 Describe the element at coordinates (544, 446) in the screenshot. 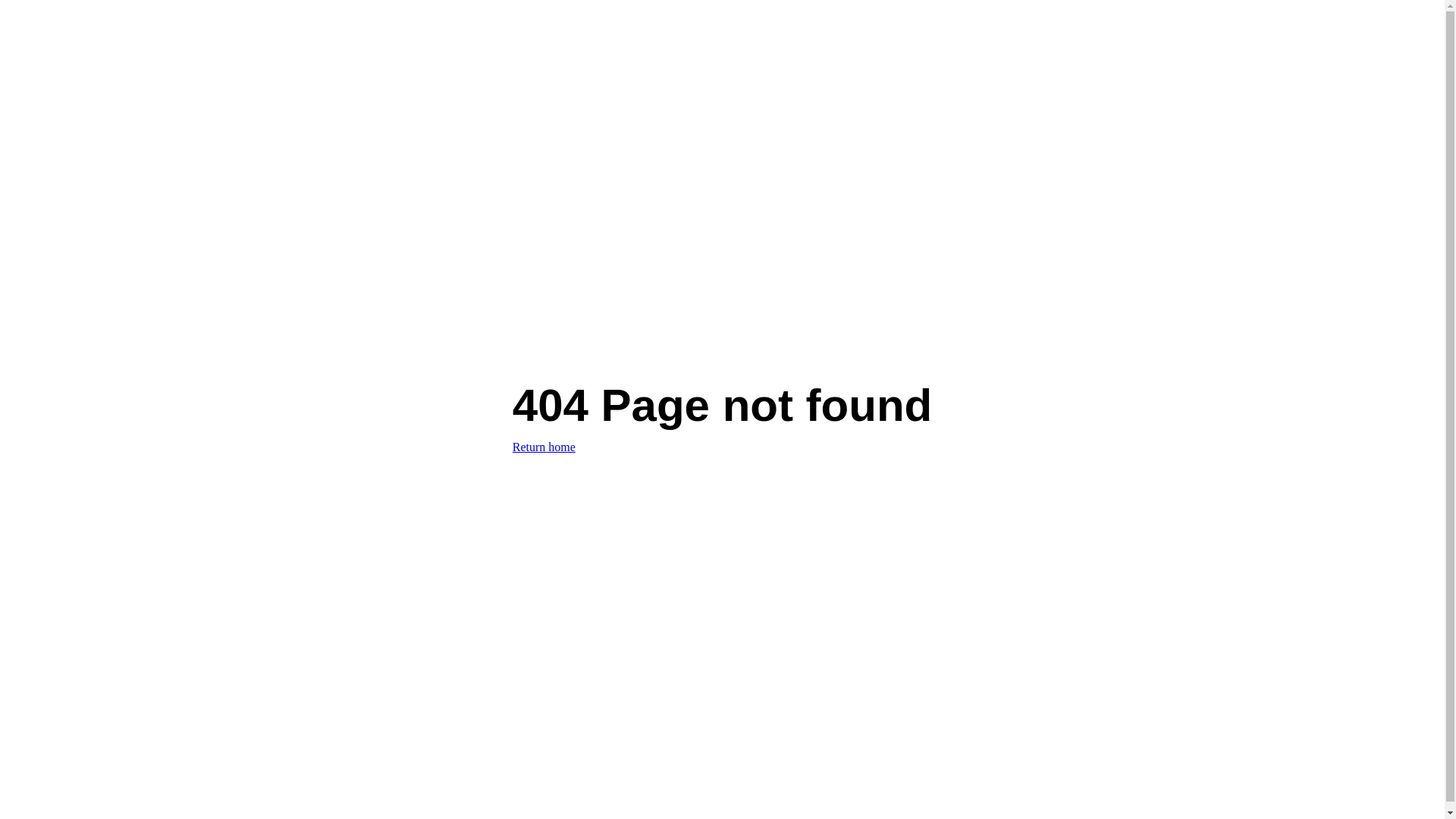

I see `'Return home'` at that location.